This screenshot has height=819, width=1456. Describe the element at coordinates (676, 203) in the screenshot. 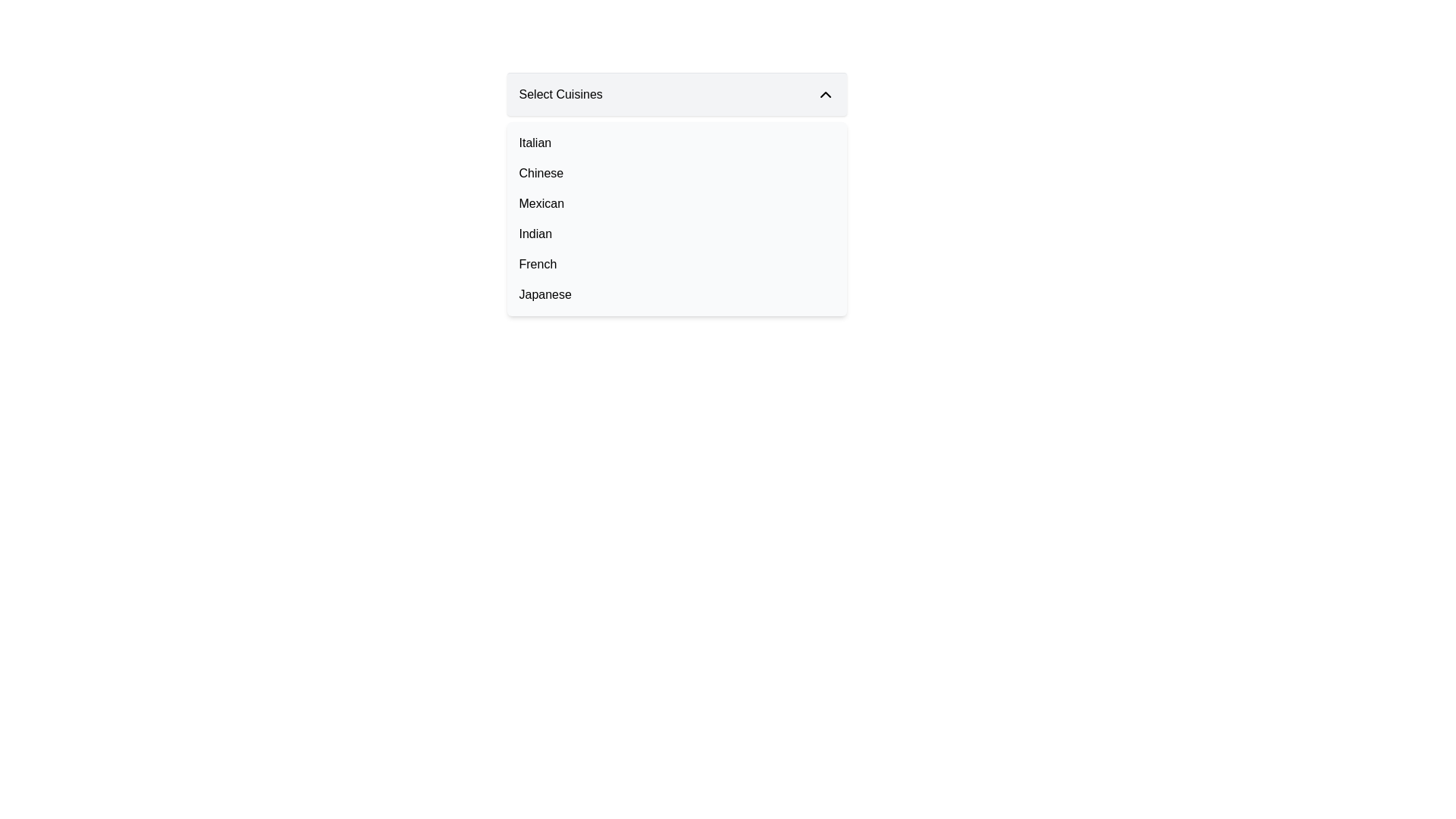

I see `the selectable option for 'Mexican' cuisine in the dropdown menu` at that location.